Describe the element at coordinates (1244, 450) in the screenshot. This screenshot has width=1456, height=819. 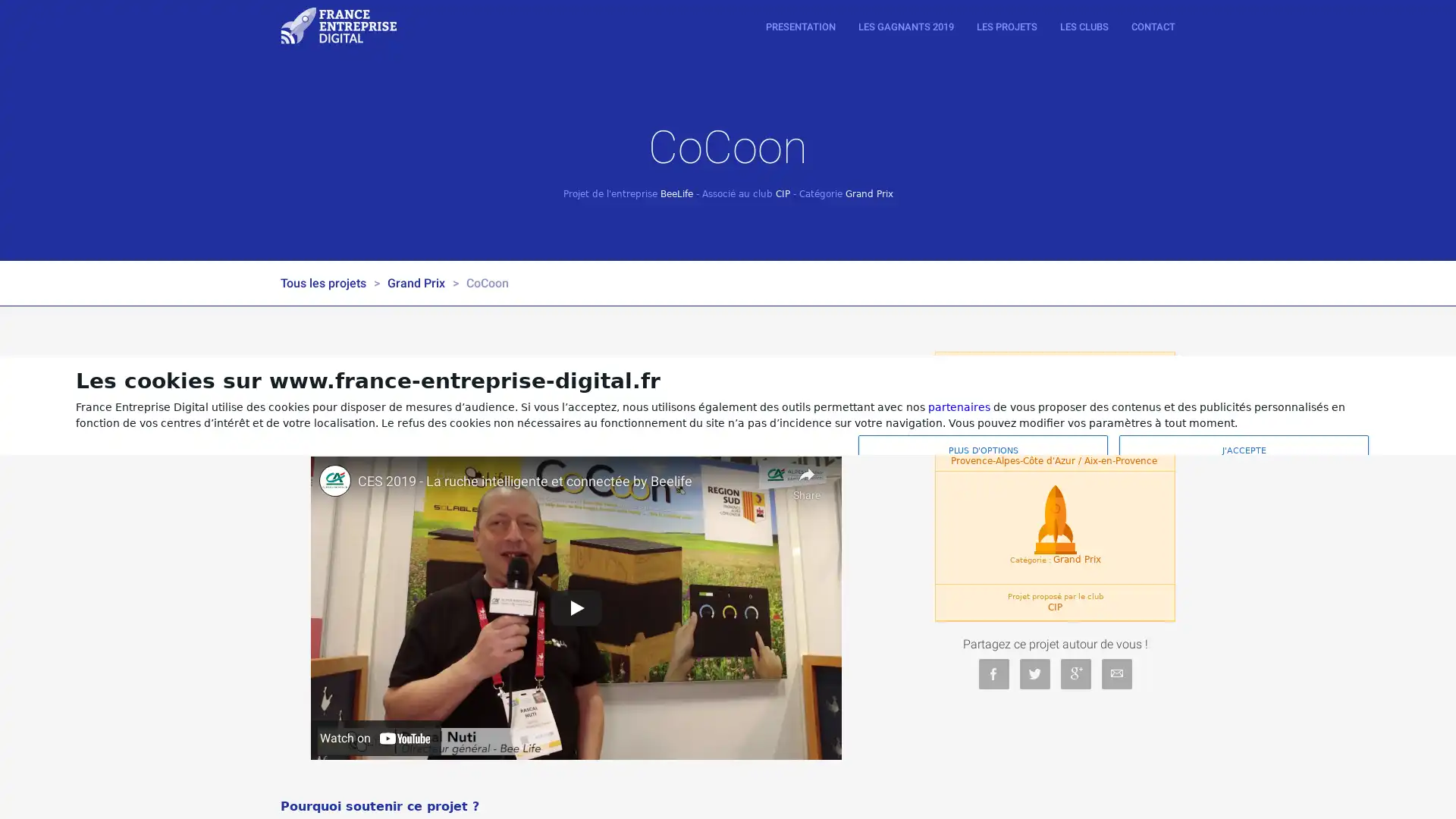
I see `J'ACCEPTE` at that location.